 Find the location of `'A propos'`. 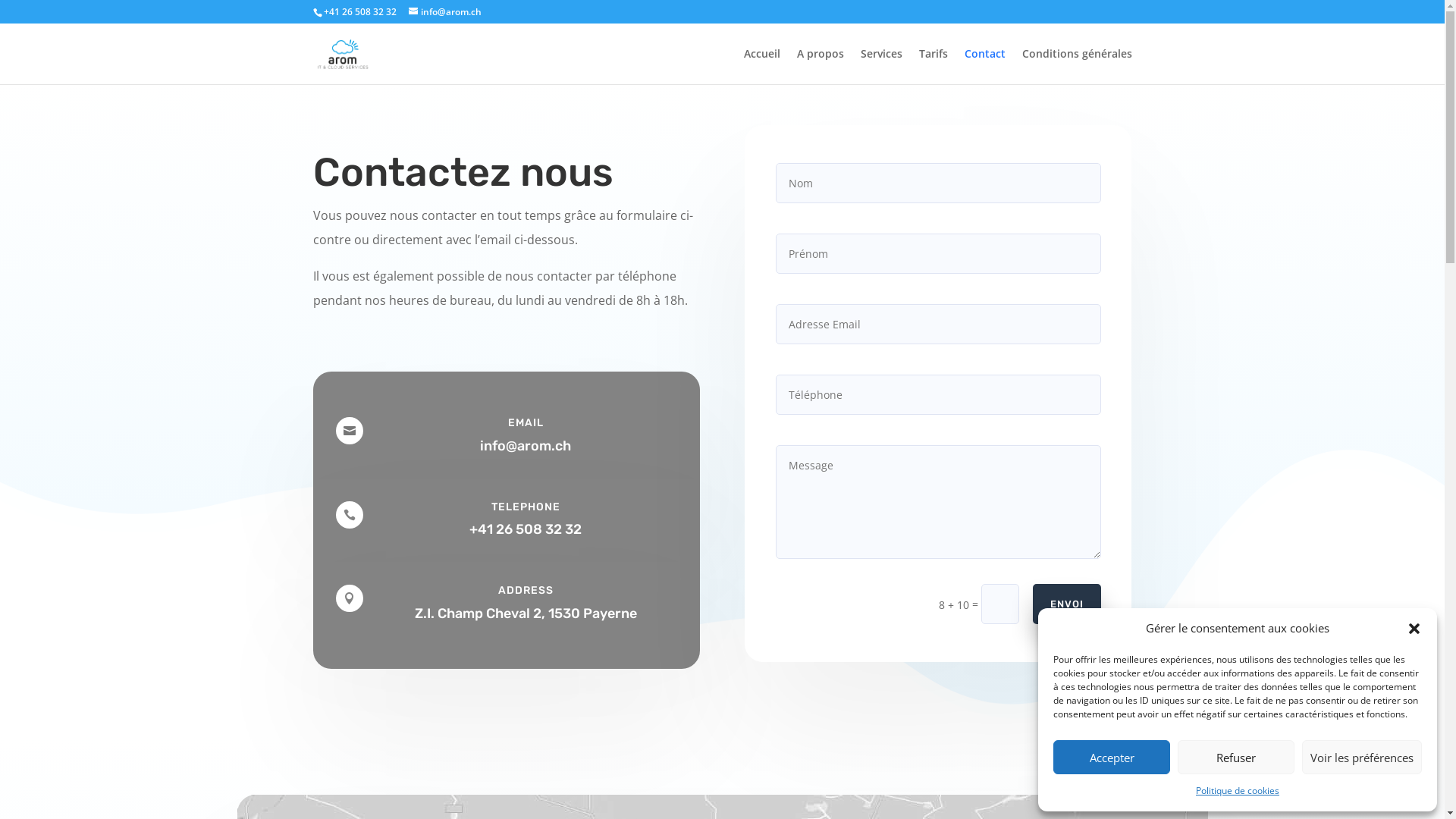

'A propos' is located at coordinates (818, 65).